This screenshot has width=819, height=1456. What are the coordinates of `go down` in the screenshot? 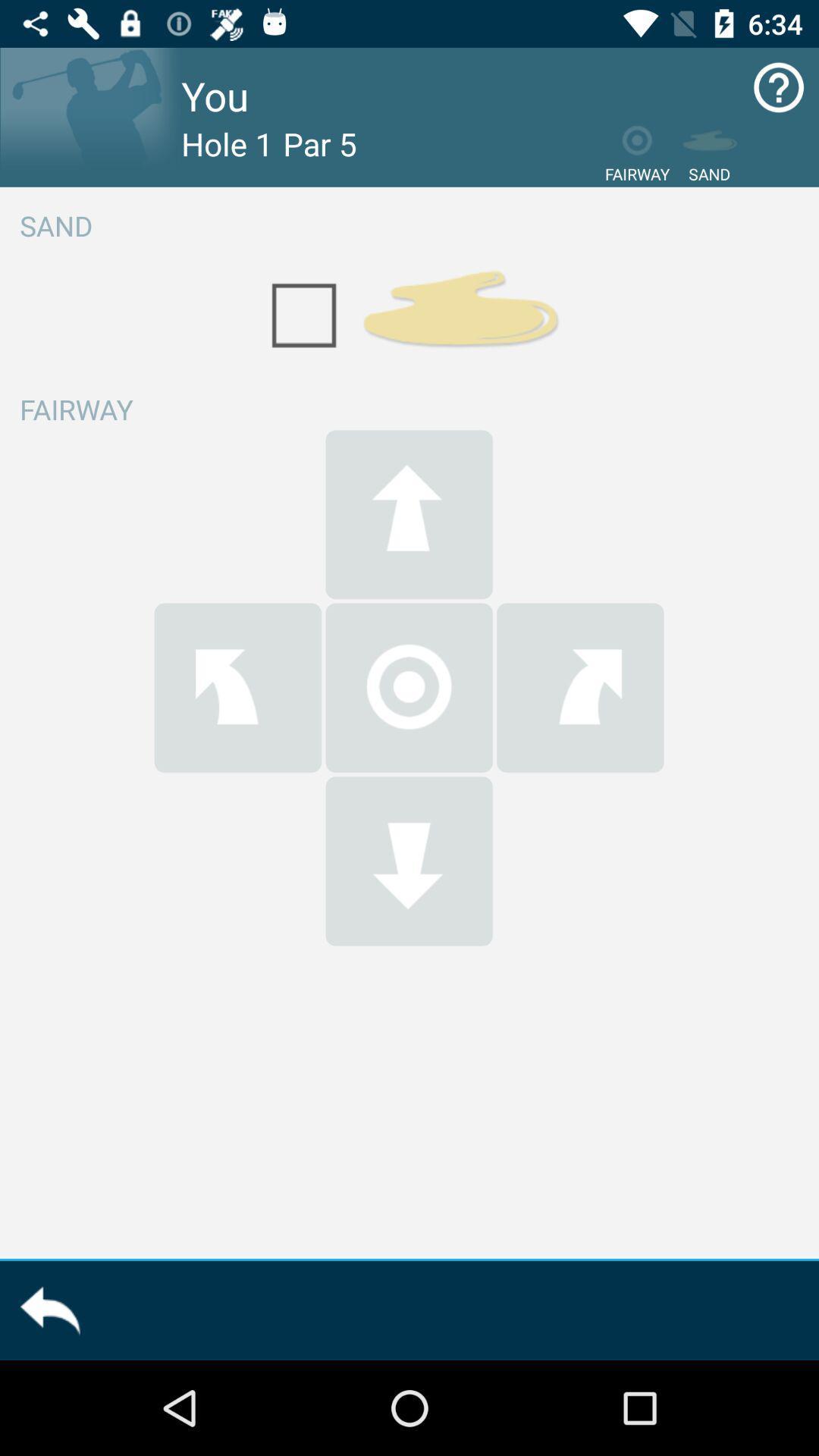 It's located at (408, 861).